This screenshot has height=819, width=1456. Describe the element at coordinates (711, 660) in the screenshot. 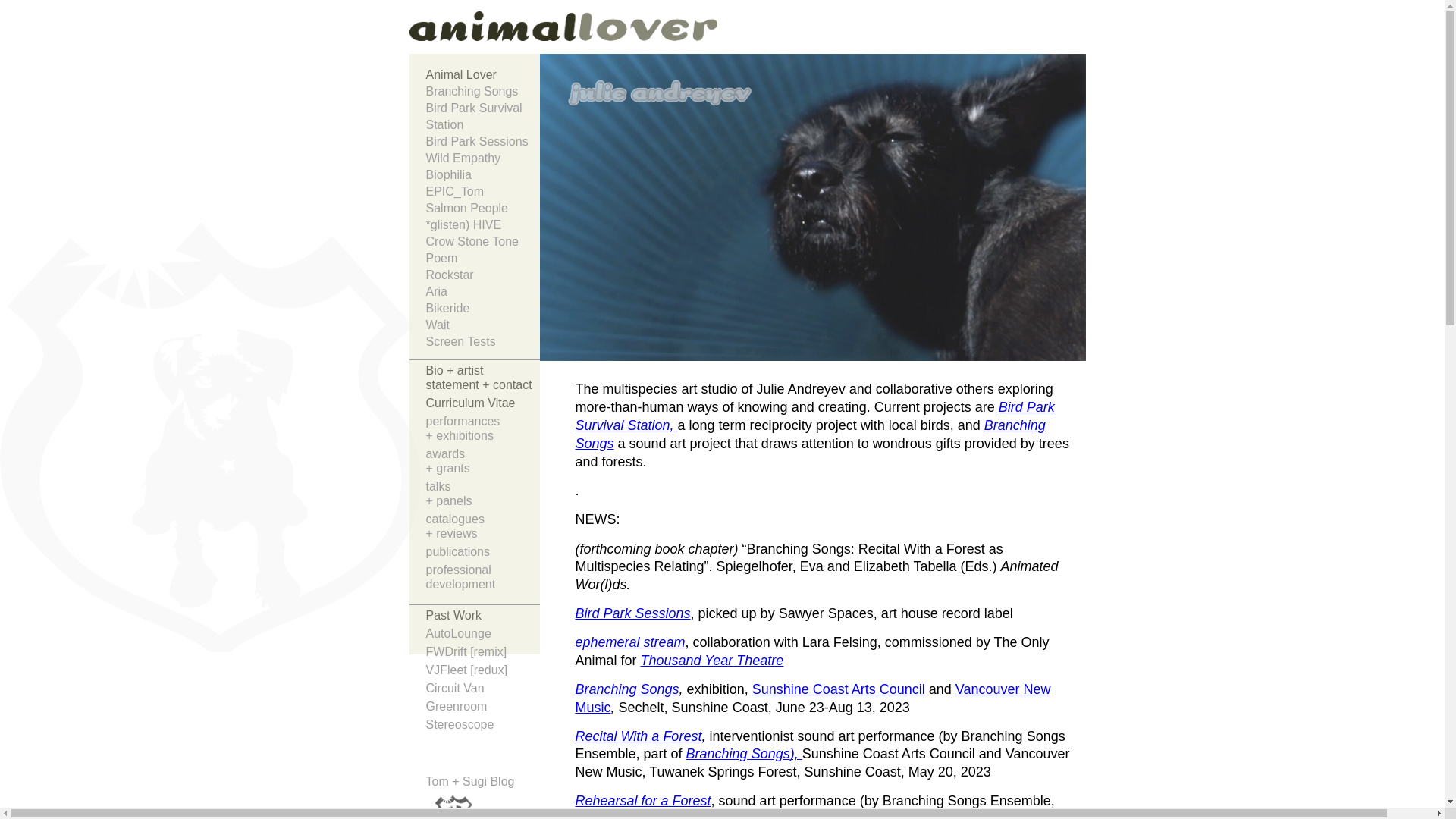

I see `'Thousand Year Theatre'` at that location.